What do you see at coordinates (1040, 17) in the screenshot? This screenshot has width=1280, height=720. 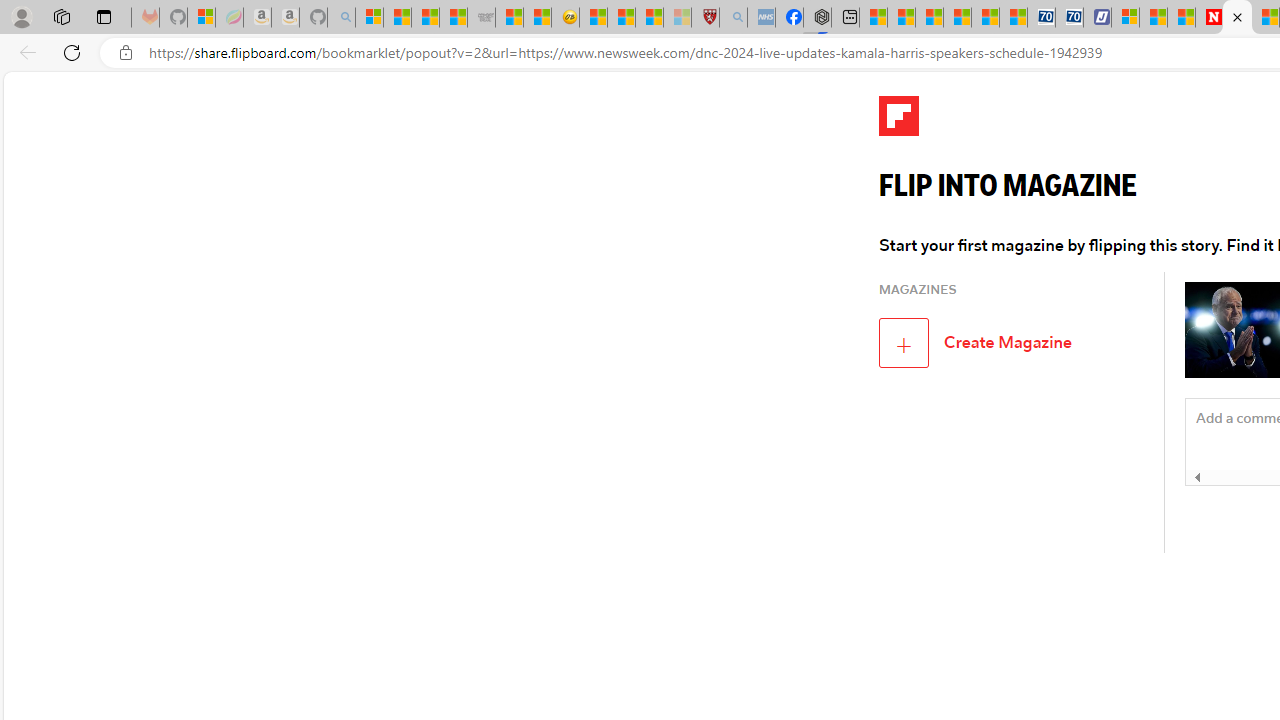 I see `'Cheap Car Rentals - Save70.com'` at bounding box center [1040, 17].